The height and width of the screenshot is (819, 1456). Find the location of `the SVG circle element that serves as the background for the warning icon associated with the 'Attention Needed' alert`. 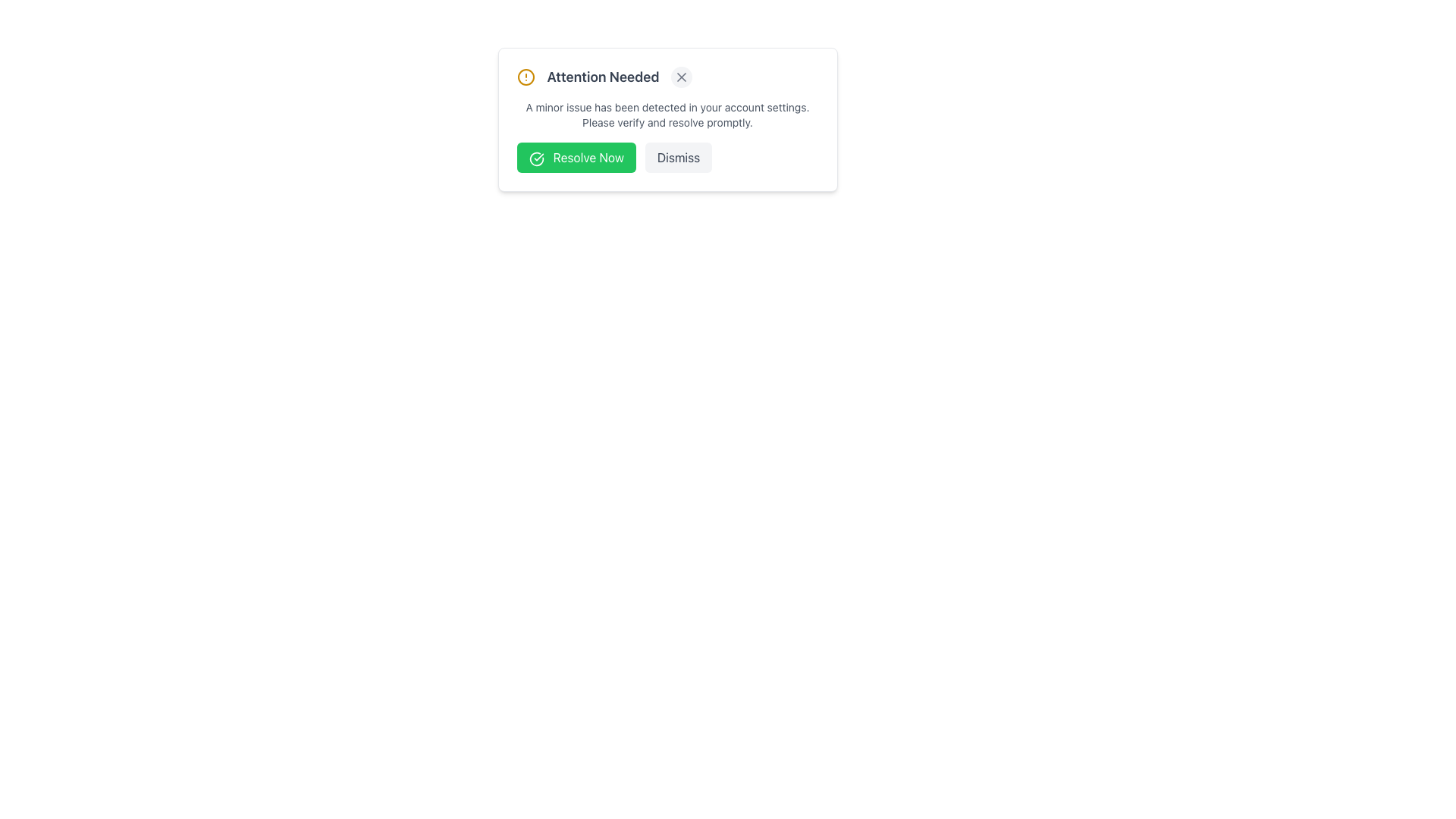

the SVG circle element that serves as the background for the warning icon associated with the 'Attention Needed' alert is located at coordinates (526, 77).